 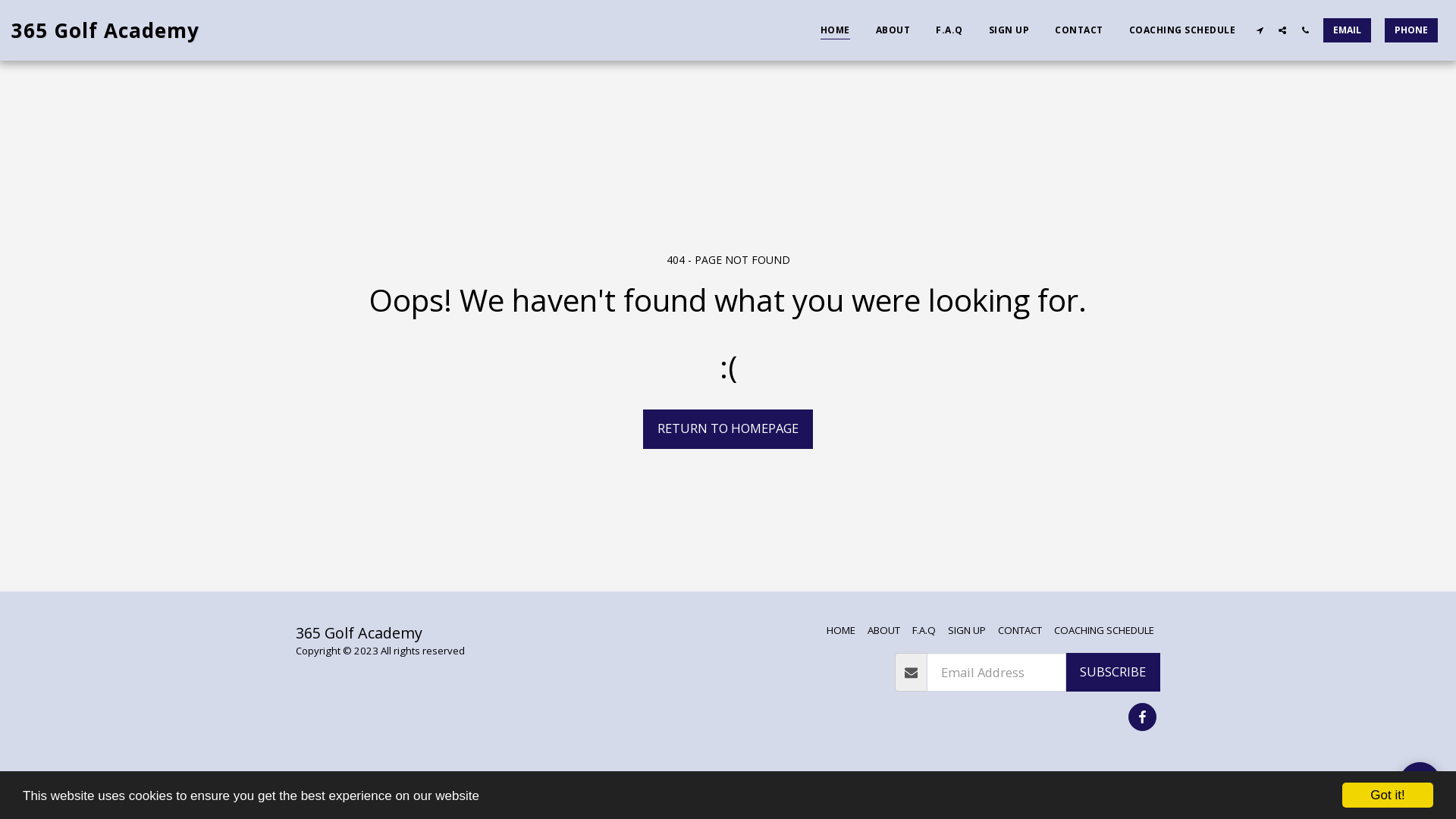 I want to click on 'COACHING SCHEDULE', so click(x=1116, y=29).